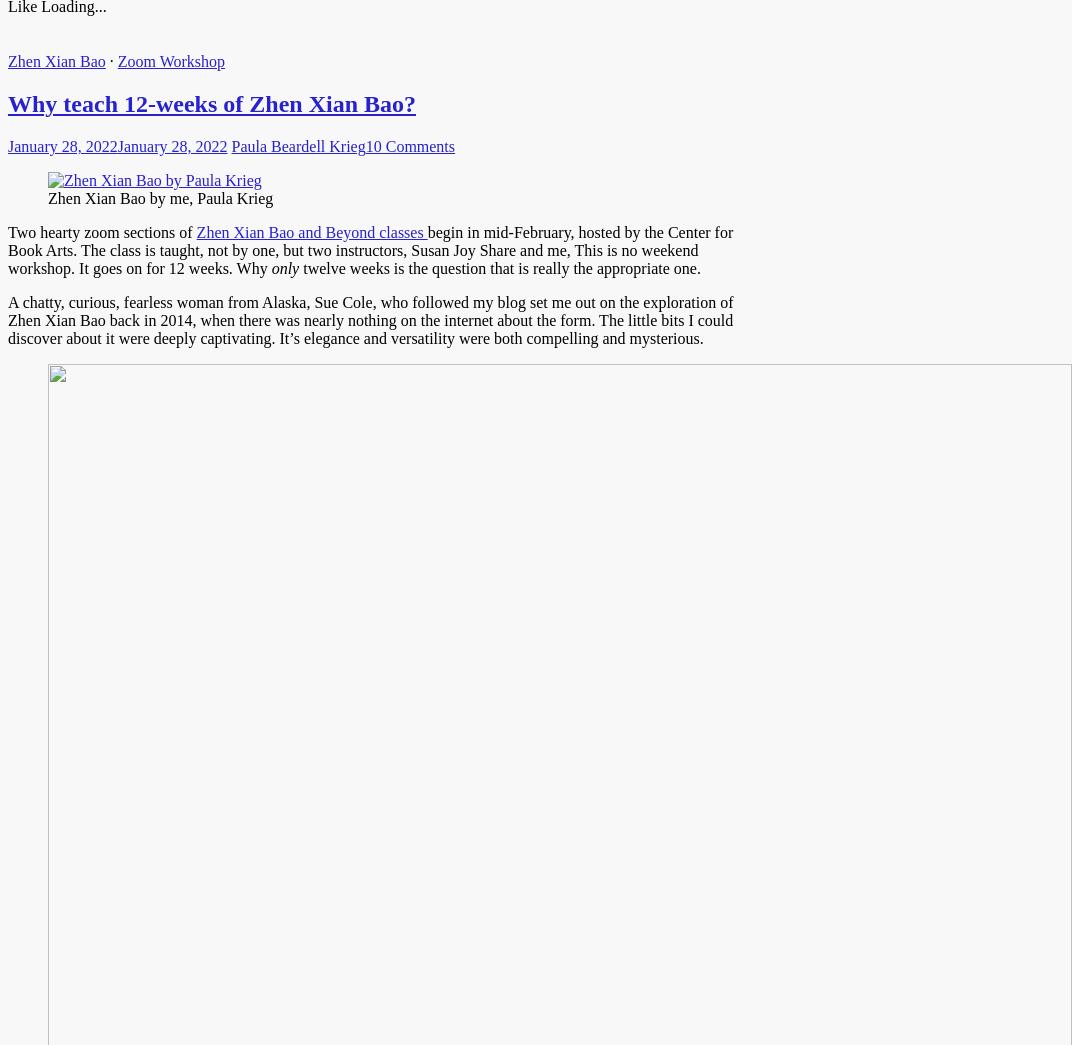  What do you see at coordinates (409, 145) in the screenshot?
I see `'10 Comments'` at bounding box center [409, 145].